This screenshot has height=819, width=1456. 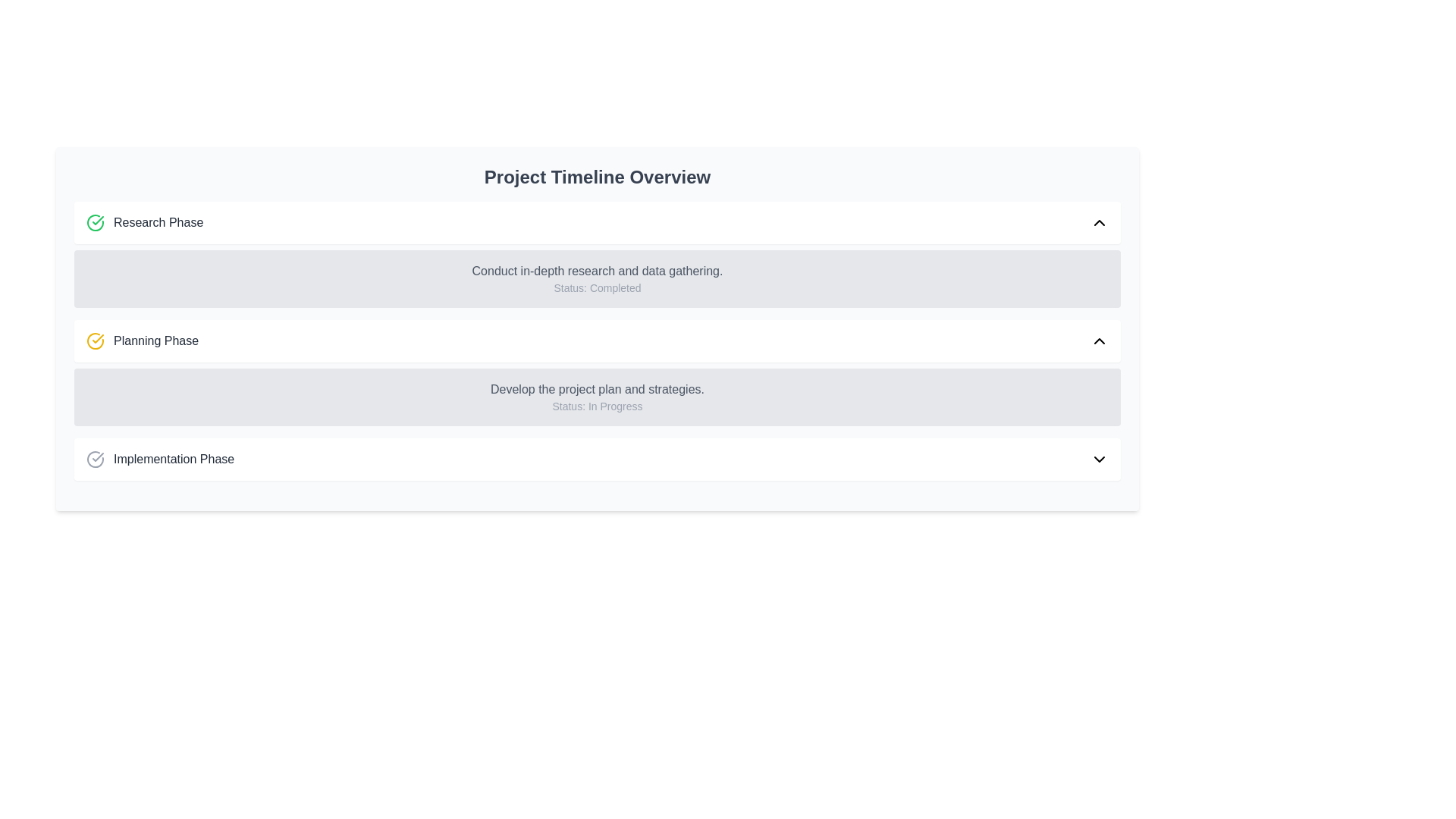 What do you see at coordinates (142, 341) in the screenshot?
I see `text content of the Label with Icon displaying 'Planning Phase', which is located in the second row of the 'Project Timeline Overview' section` at bounding box center [142, 341].